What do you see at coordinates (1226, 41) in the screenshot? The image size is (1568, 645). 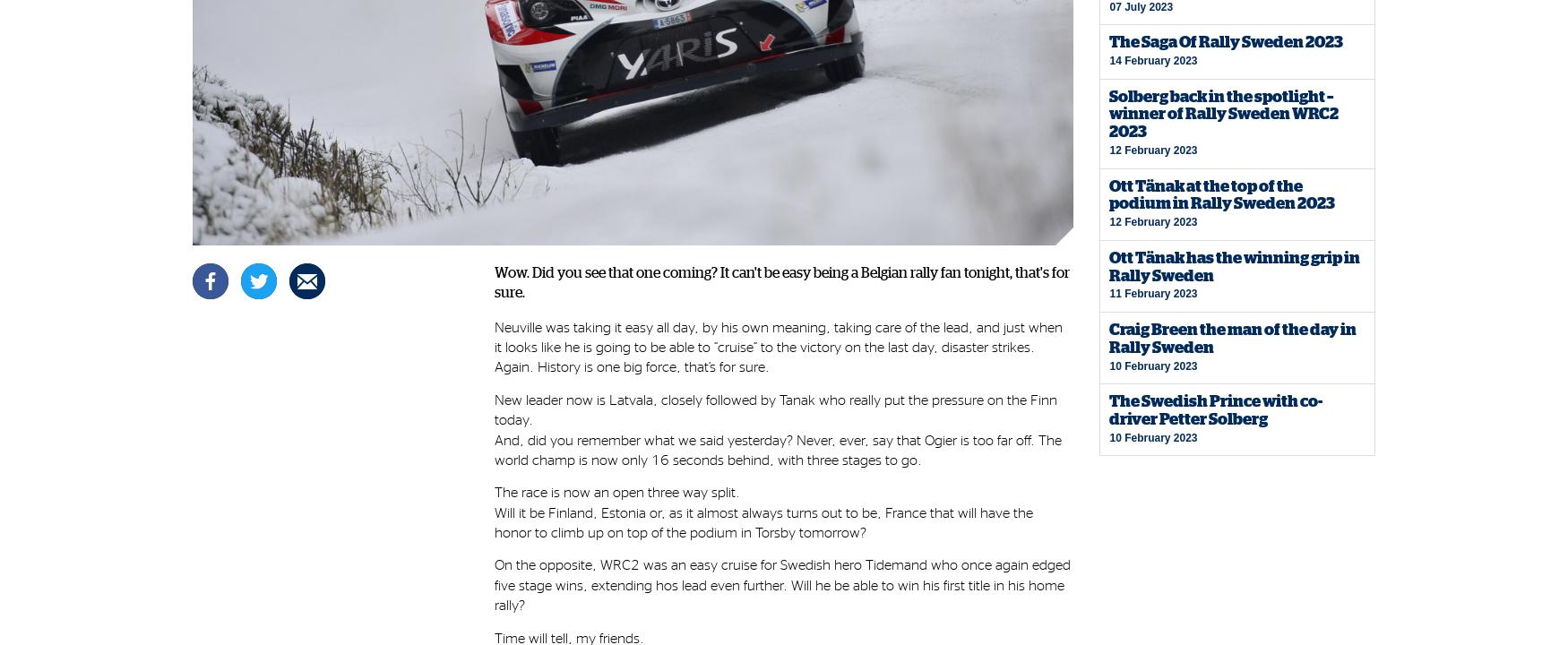 I see `'The Saga Of Rally Sweden 2023'` at bounding box center [1226, 41].